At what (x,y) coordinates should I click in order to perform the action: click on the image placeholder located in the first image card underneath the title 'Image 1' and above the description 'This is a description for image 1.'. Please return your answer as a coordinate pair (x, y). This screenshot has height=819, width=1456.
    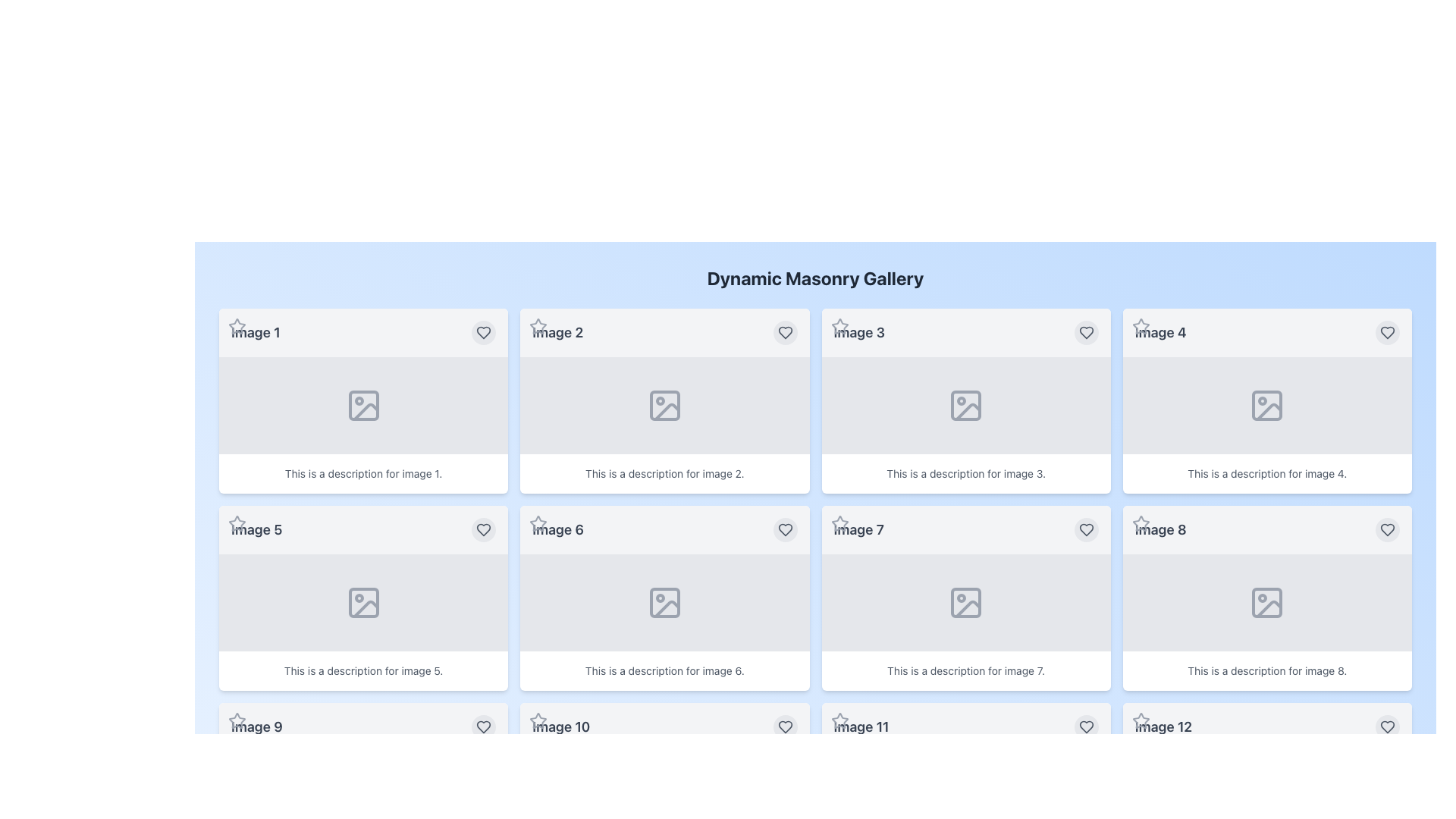
    Looking at the image, I should click on (362, 405).